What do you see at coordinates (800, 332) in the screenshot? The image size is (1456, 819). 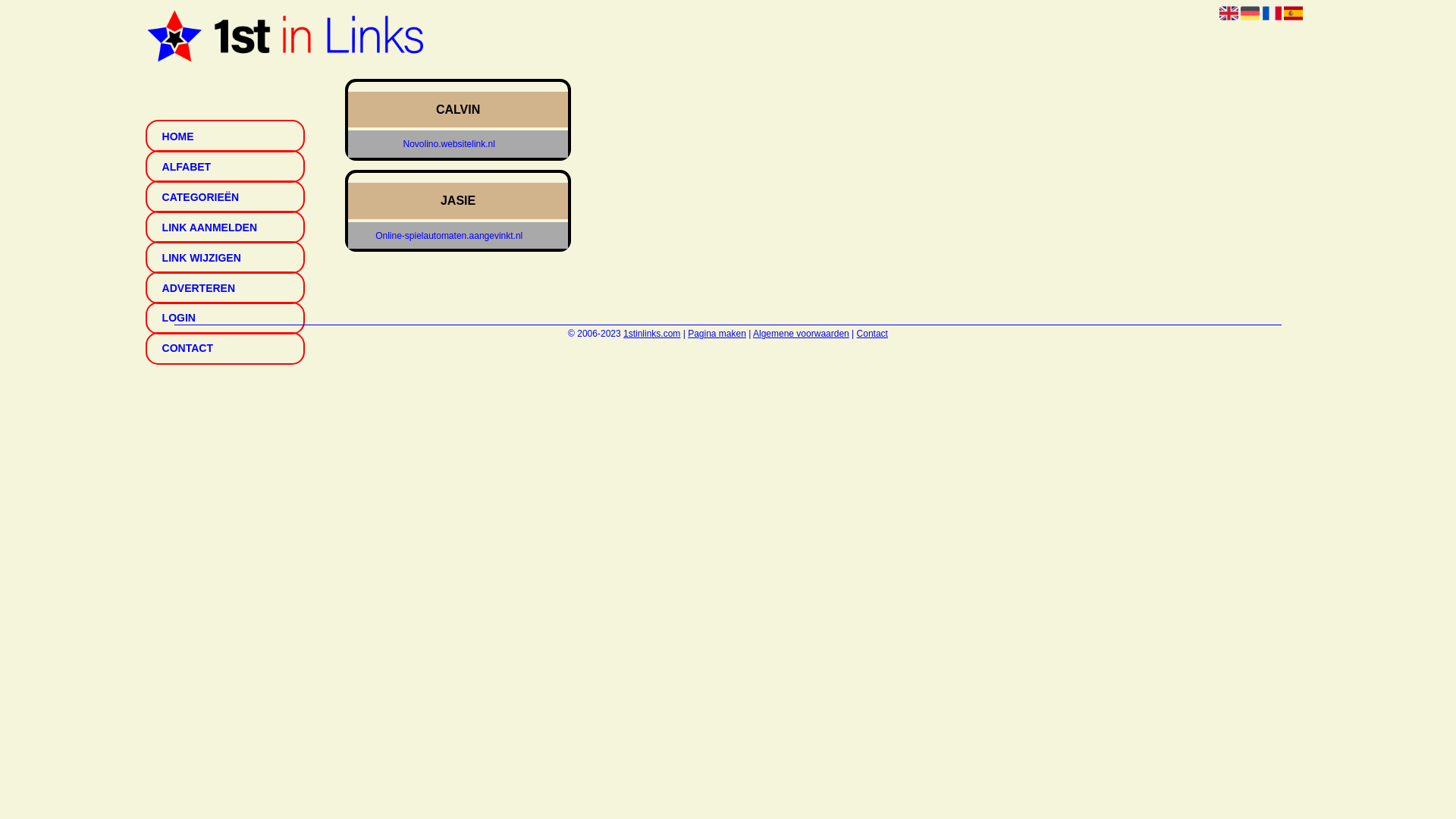 I see `'Algemene voorwaarden'` at bounding box center [800, 332].